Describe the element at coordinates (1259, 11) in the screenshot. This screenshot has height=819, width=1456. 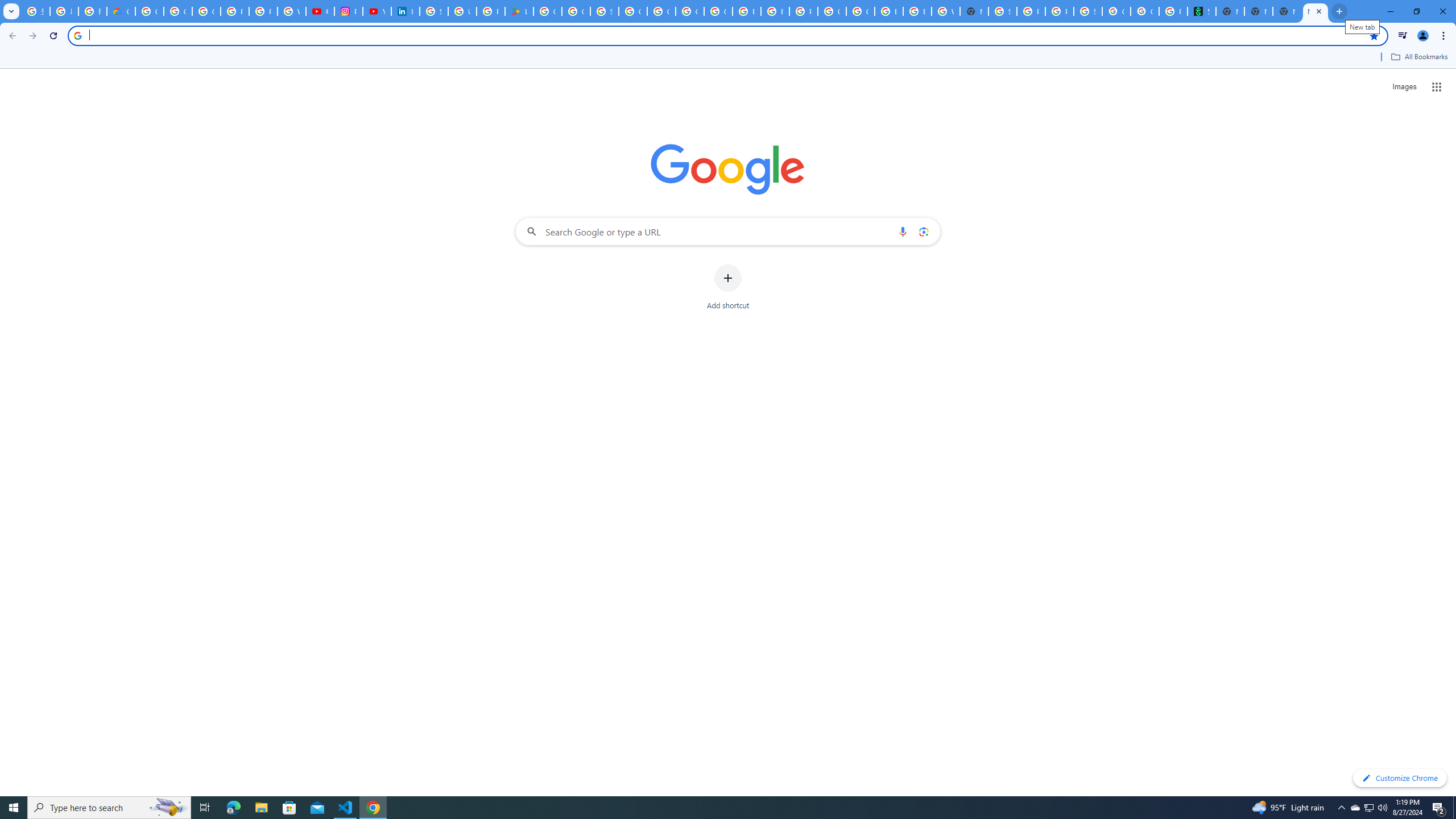
I see `'New Tab'` at that location.